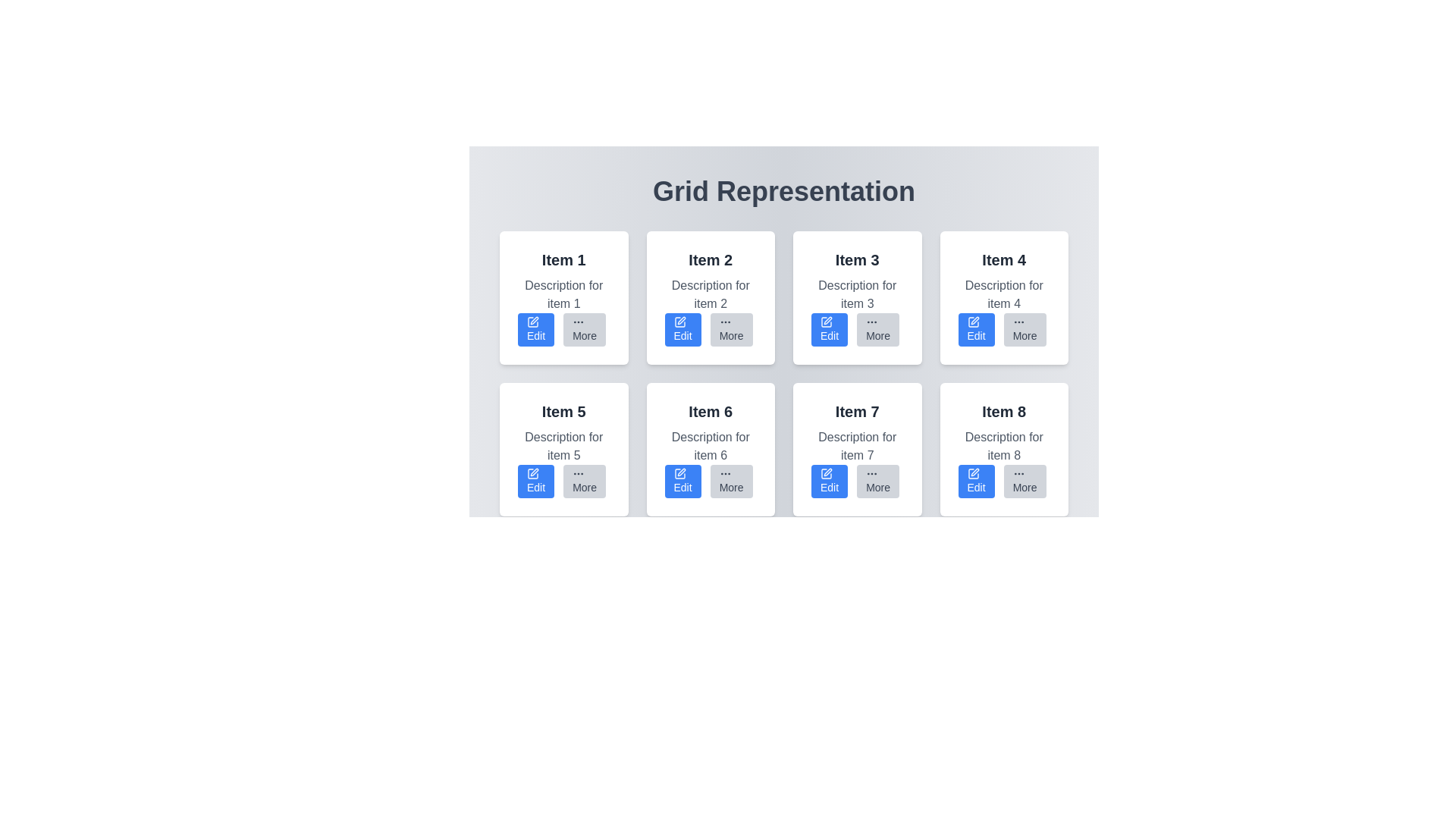 This screenshot has width=1456, height=819. I want to click on the edit button for 'Item 7' to observe the hover effect, so click(829, 482).